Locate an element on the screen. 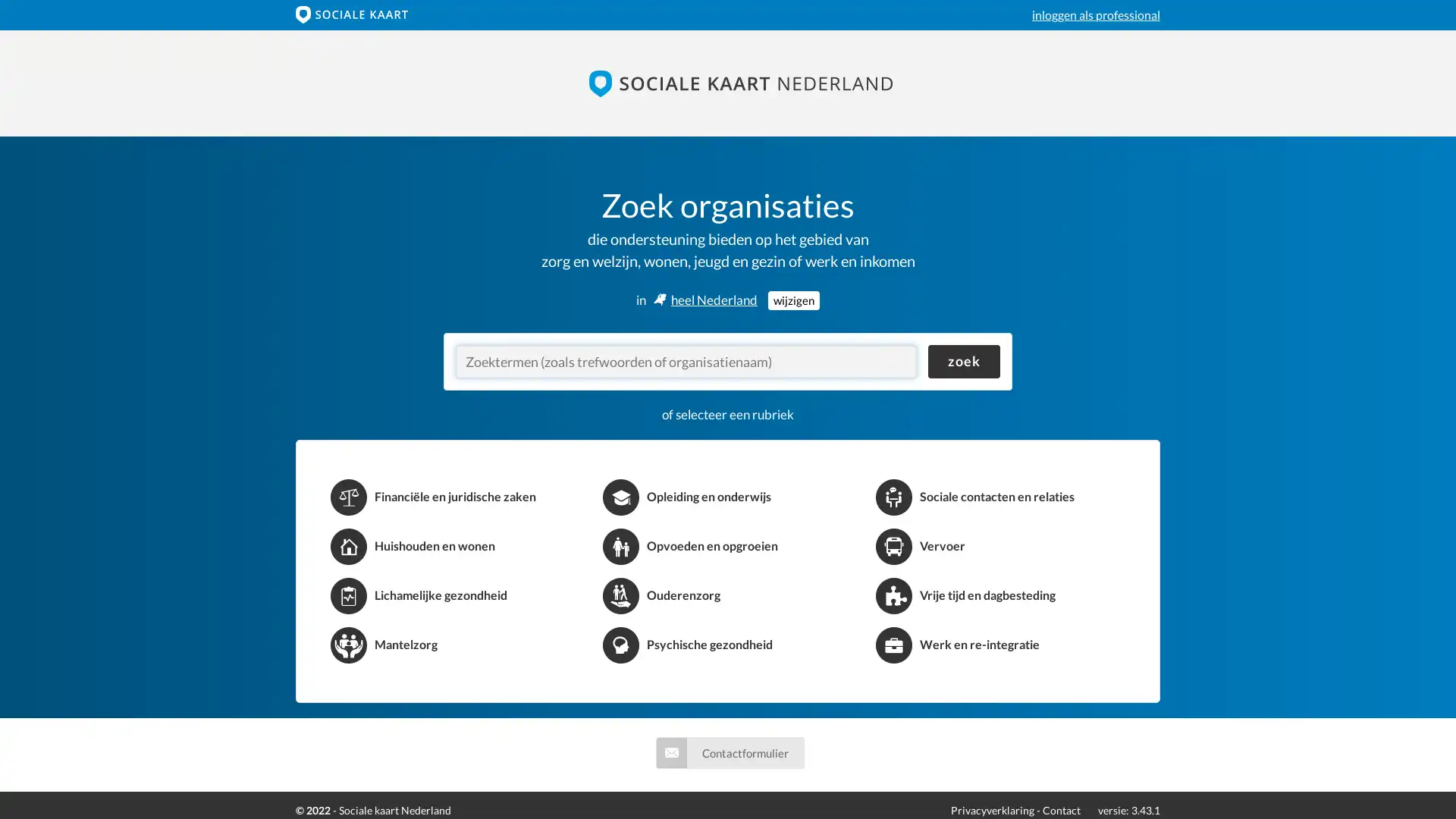  Contactformulier is located at coordinates (729, 752).